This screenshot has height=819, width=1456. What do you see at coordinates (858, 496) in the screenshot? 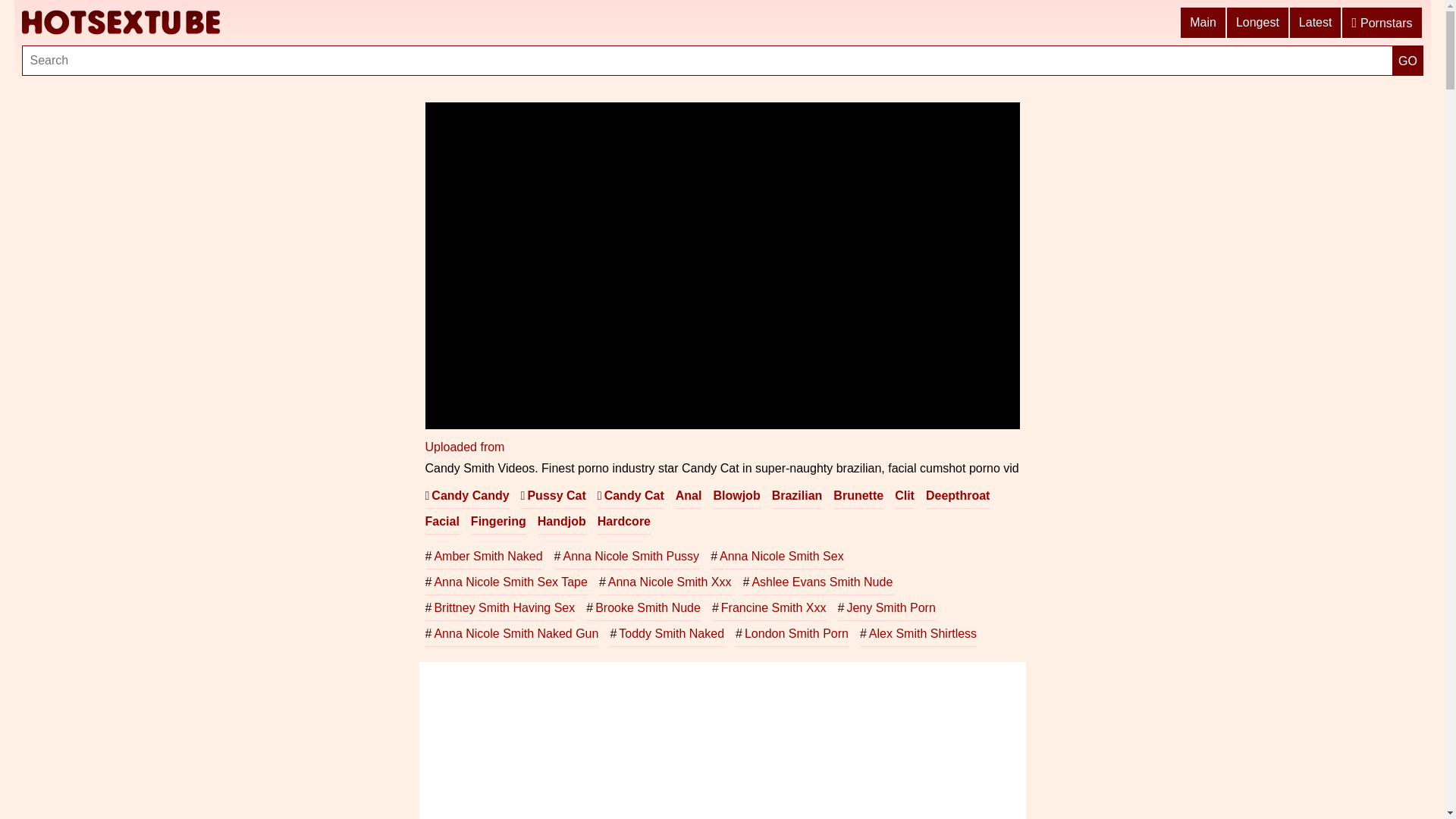
I see `'Brunette'` at bounding box center [858, 496].